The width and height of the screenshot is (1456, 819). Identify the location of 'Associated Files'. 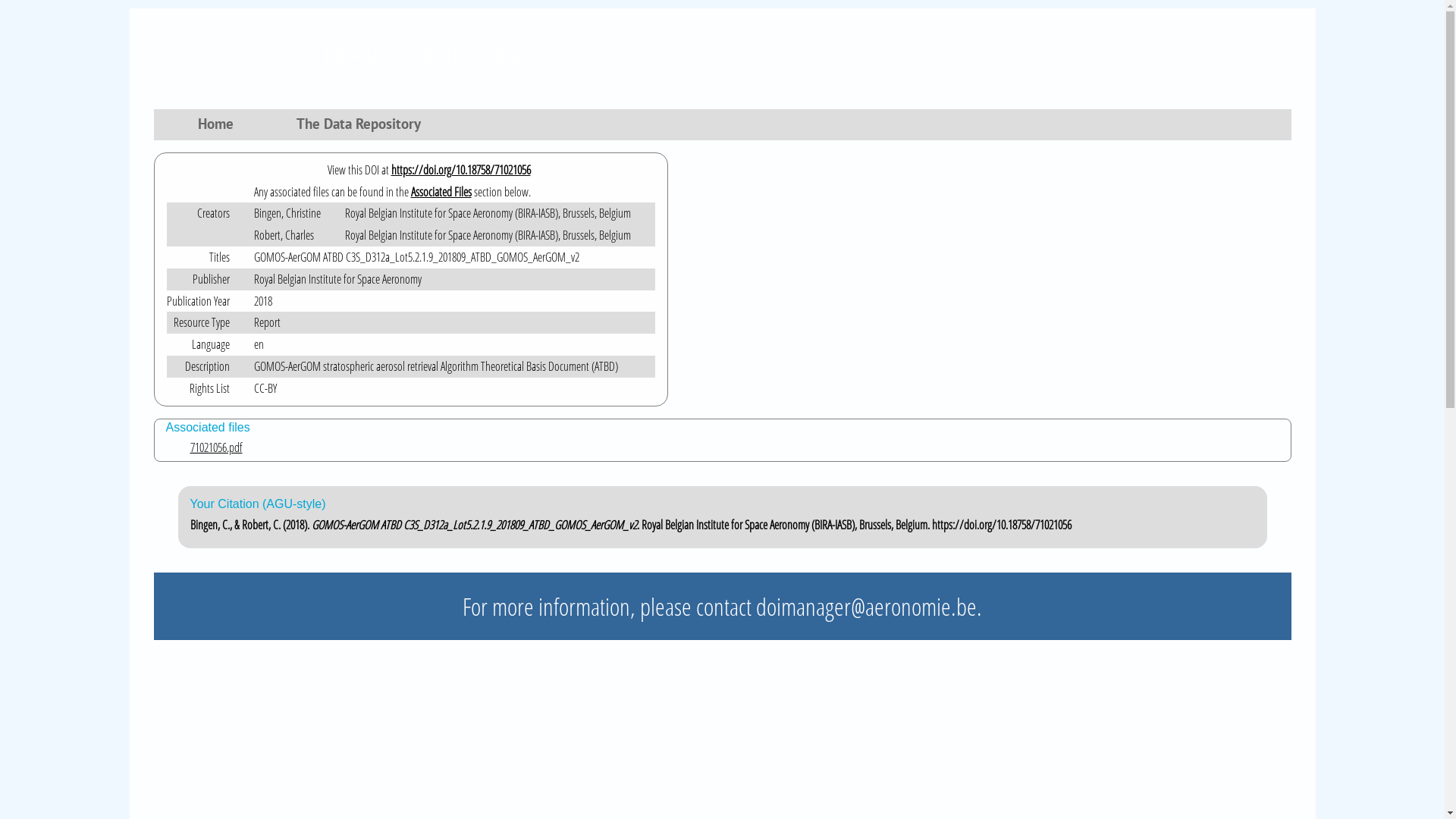
(440, 191).